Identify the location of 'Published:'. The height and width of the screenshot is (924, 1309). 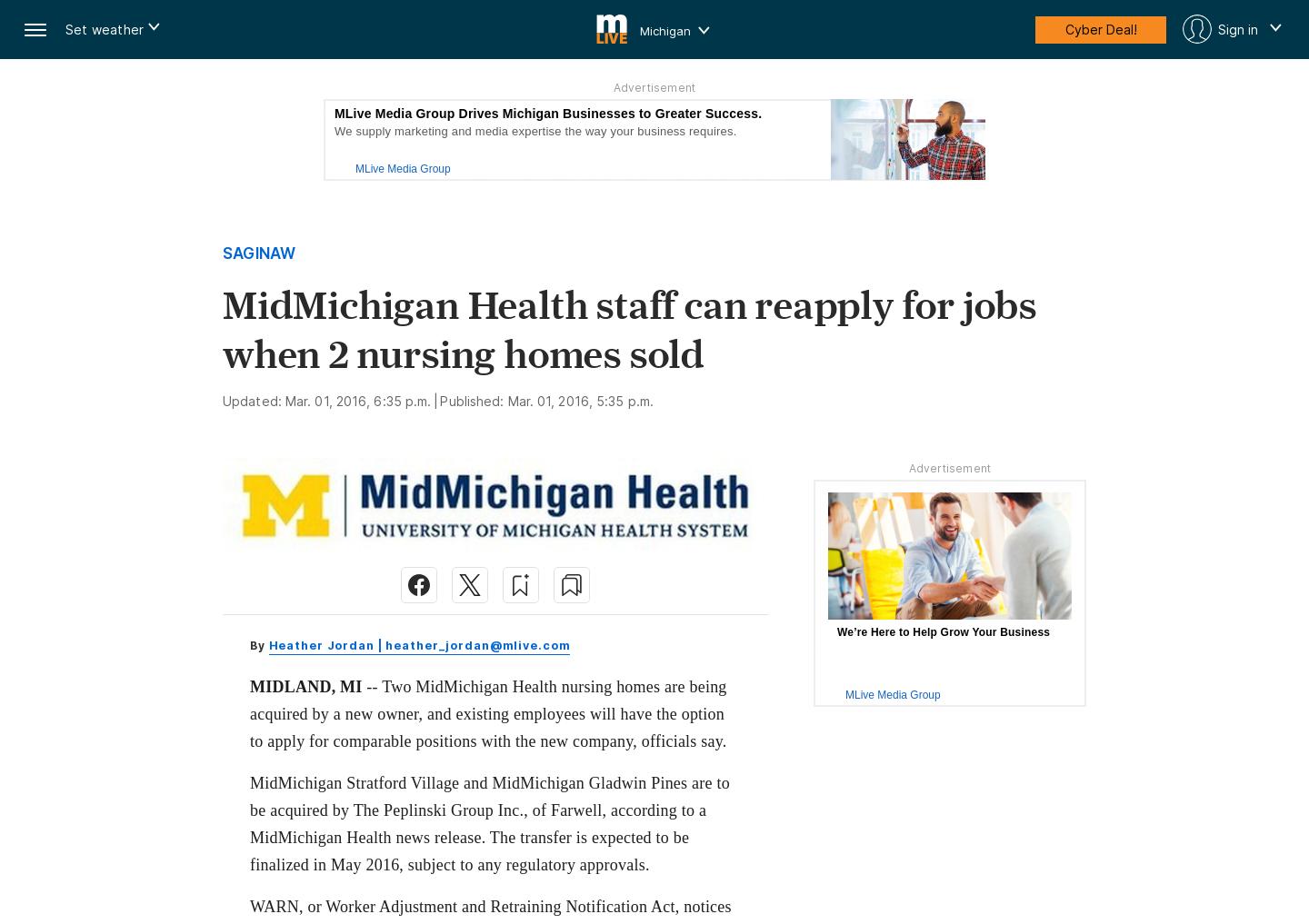
(472, 400).